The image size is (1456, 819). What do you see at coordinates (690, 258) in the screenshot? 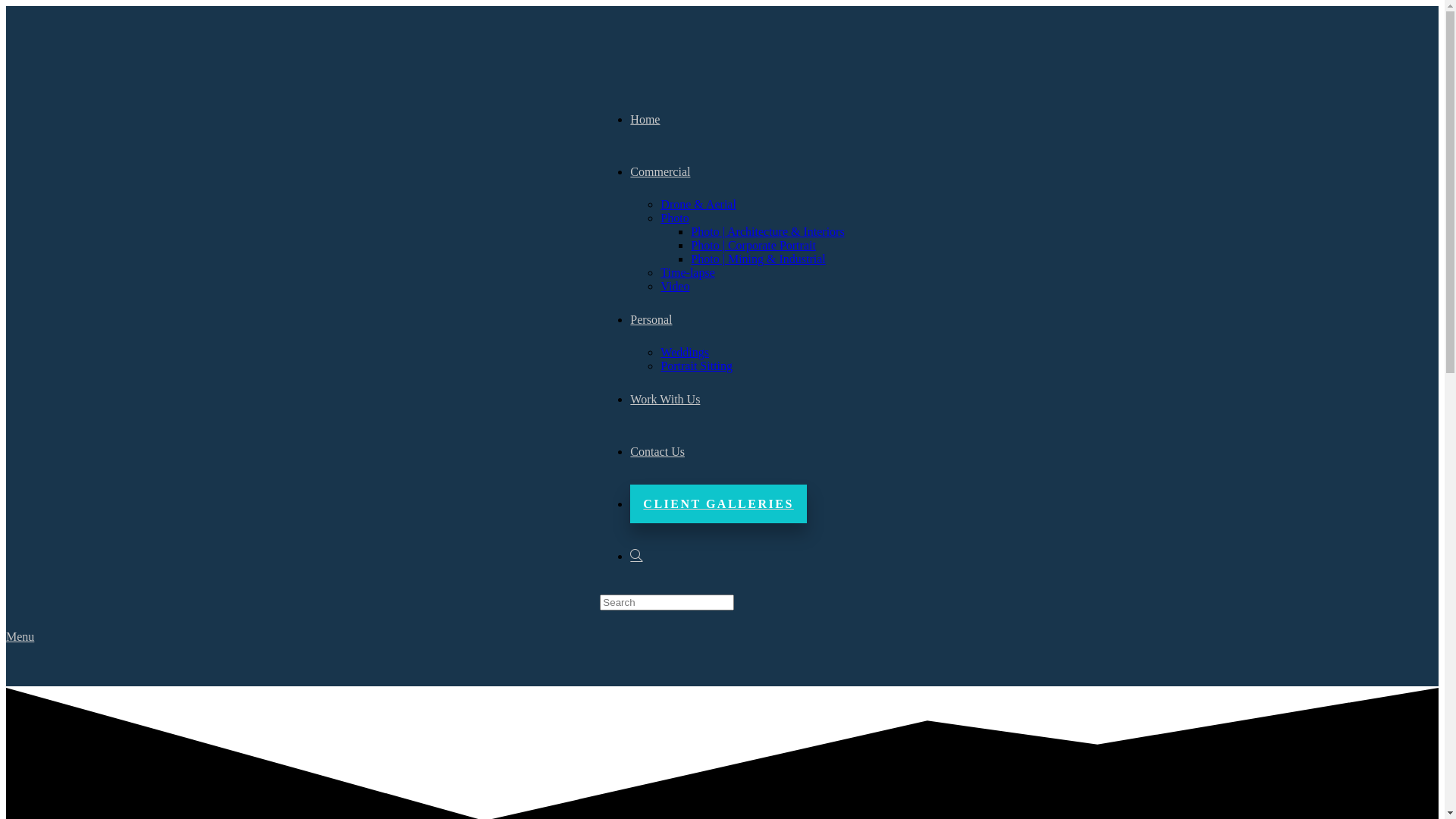
I see `'Photo | Mining & Industrial'` at bounding box center [690, 258].